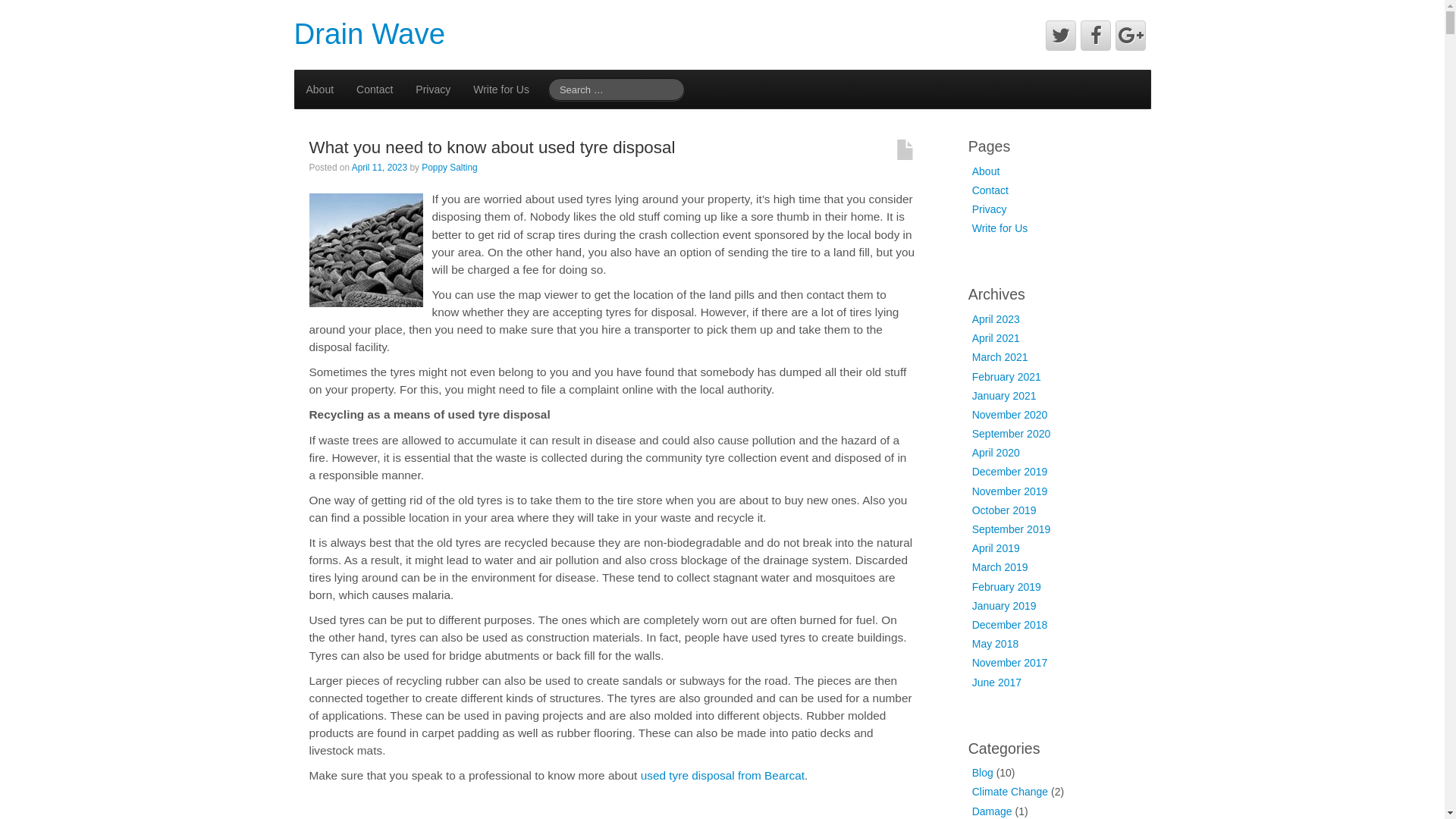 The width and height of the screenshot is (1456, 819). Describe the element at coordinates (1000, 356) in the screenshot. I see `'March 2021'` at that location.